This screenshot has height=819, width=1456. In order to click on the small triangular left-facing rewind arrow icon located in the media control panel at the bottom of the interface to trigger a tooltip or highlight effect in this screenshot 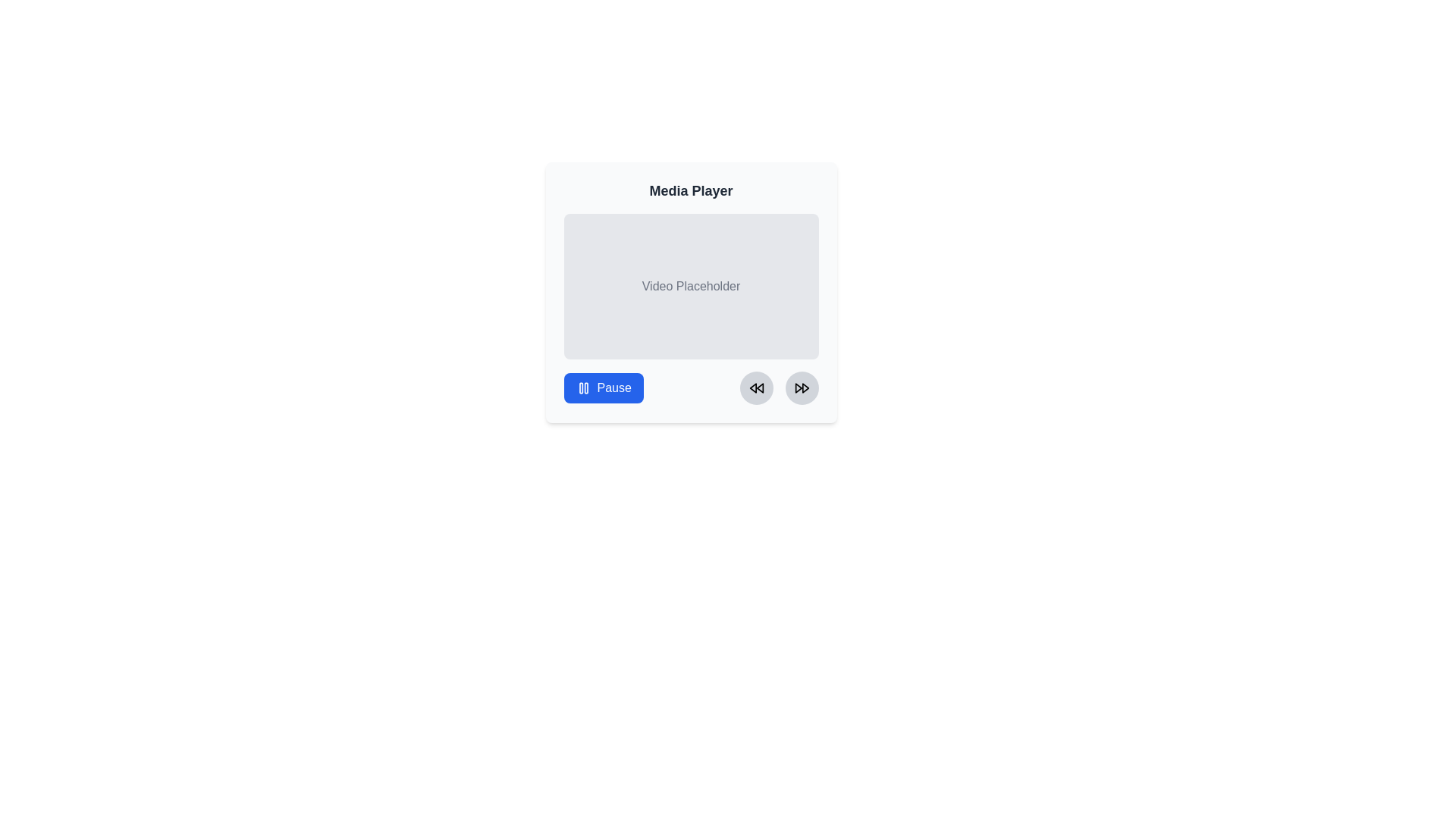, I will do `click(752, 388)`.